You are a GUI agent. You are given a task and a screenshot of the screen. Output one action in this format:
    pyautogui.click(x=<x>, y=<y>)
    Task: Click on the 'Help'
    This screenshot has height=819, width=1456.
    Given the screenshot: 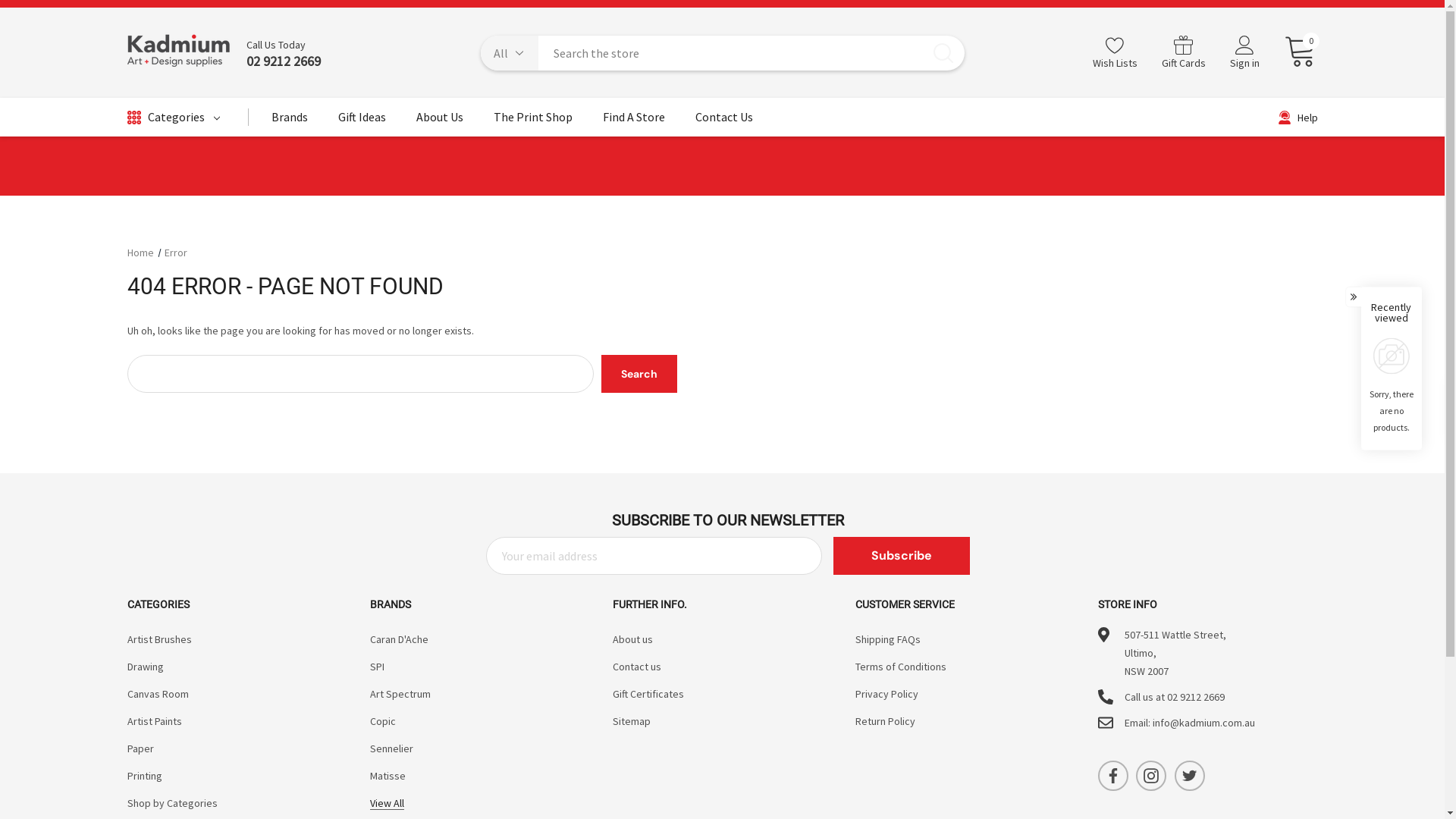 What is the action you would take?
    pyautogui.click(x=1298, y=116)
    